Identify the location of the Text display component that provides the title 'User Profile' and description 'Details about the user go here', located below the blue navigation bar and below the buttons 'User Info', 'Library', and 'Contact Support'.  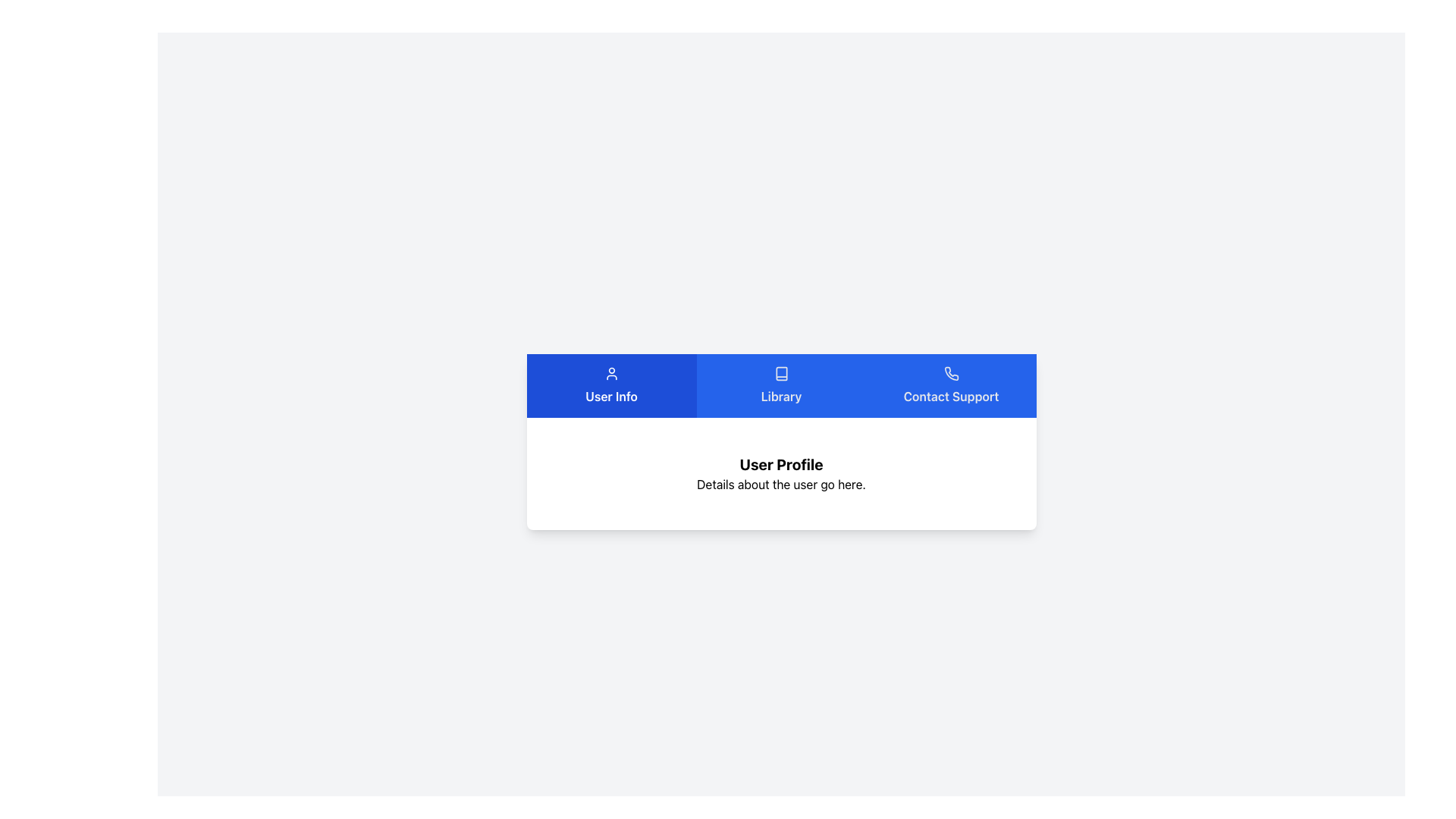
(781, 472).